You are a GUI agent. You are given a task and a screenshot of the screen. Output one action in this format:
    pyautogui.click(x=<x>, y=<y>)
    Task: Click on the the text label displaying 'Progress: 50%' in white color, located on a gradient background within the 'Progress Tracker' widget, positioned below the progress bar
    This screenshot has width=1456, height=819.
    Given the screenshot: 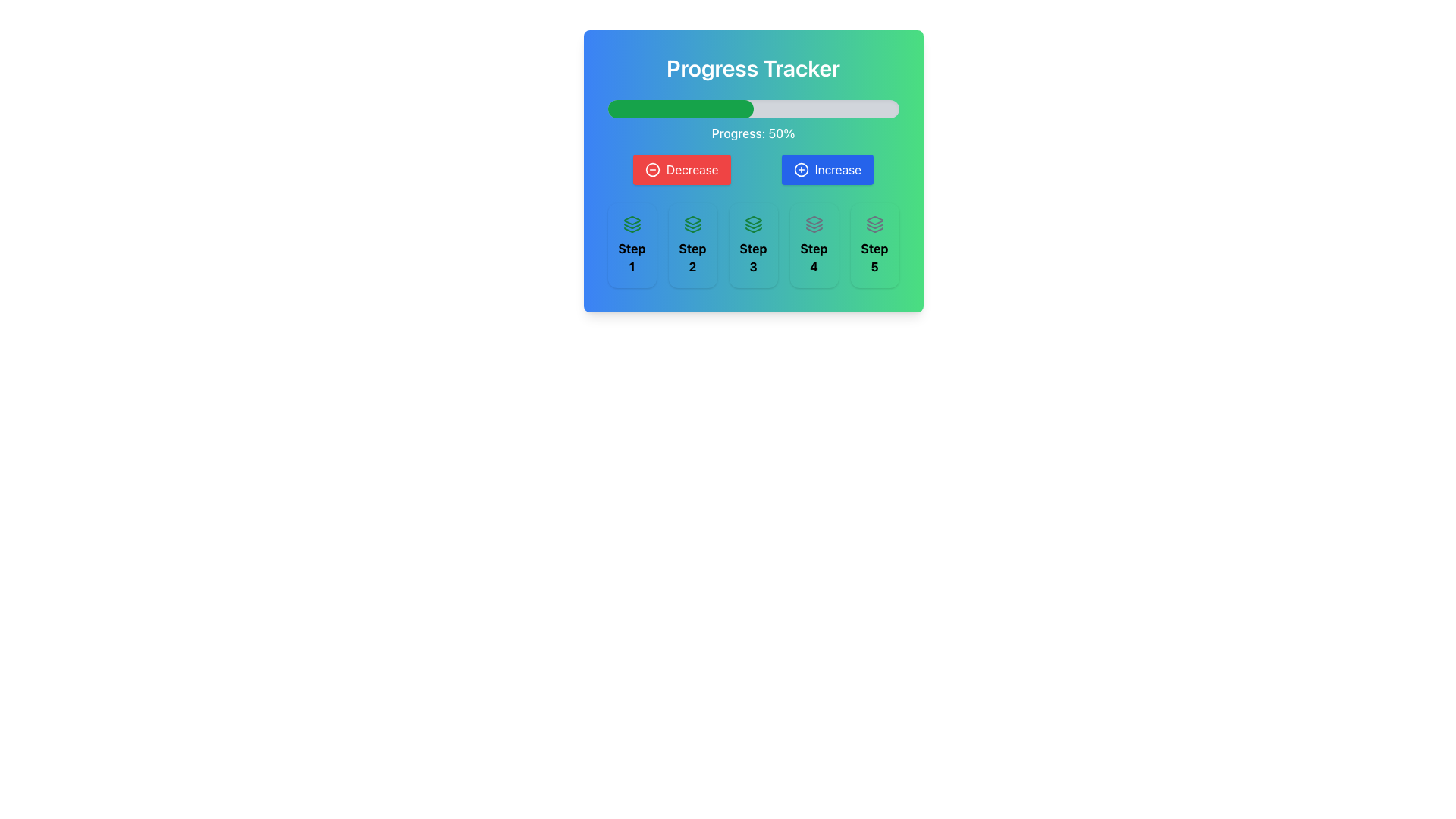 What is the action you would take?
    pyautogui.click(x=753, y=133)
    